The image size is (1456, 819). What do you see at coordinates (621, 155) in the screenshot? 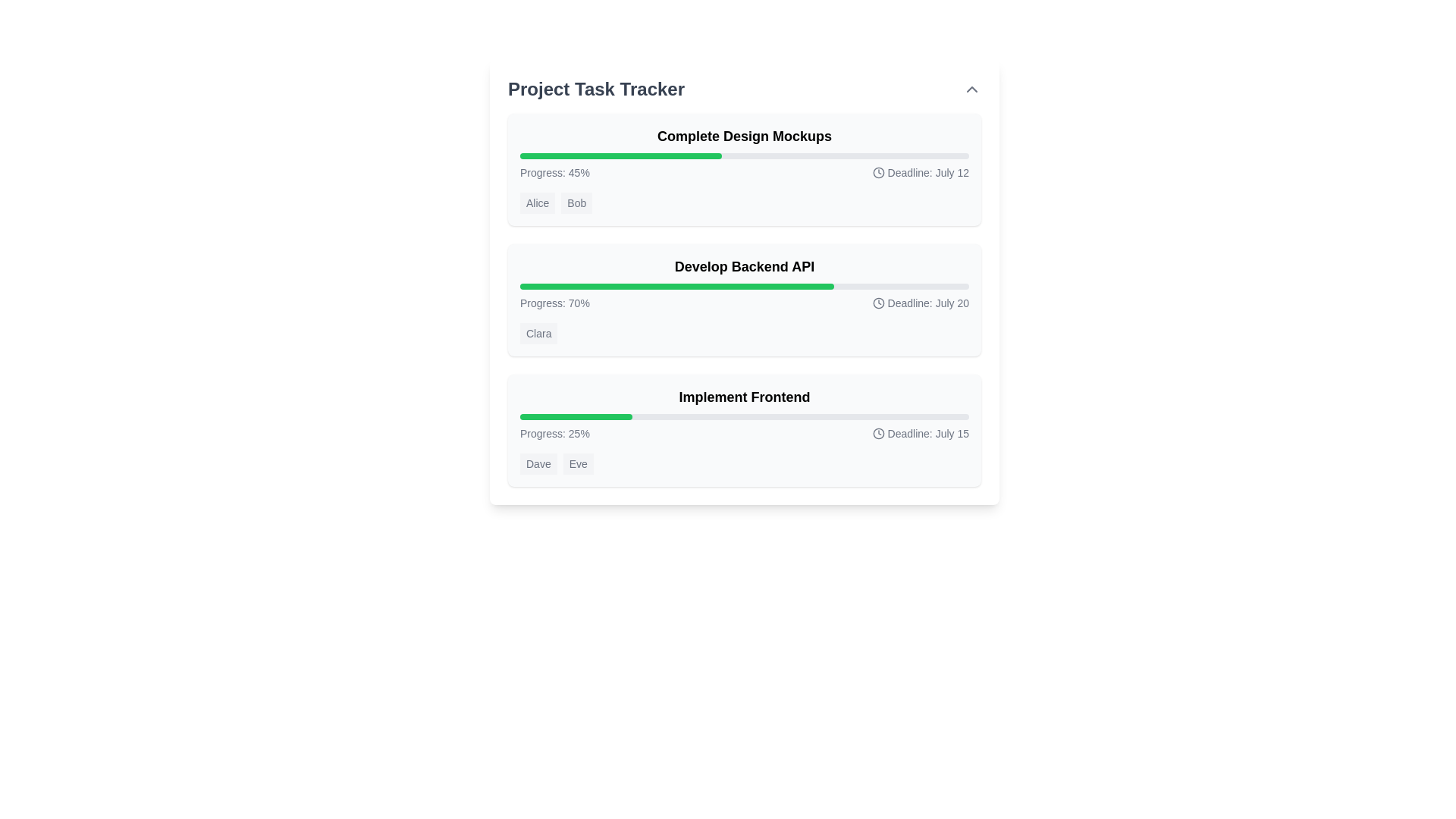
I see `the green progress bar within the 'Complete Design Mockups' task block, which is positioned atop the task details` at bounding box center [621, 155].